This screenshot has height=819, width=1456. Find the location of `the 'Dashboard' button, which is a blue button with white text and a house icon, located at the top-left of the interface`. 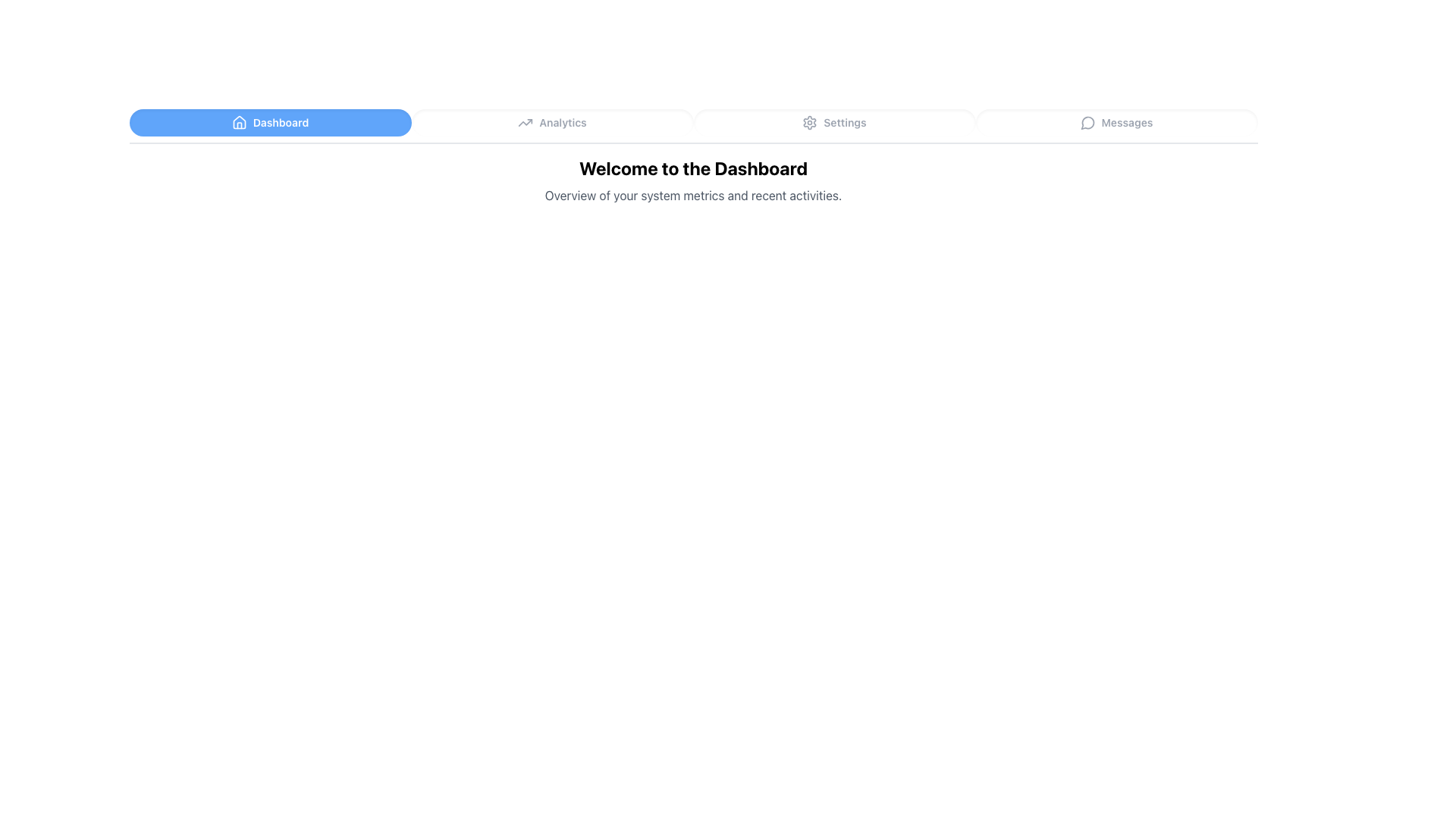

the 'Dashboard' button, which is a blue button with white text and a house icon, located at the top-left of the interface is located at coordinates (270, 122).